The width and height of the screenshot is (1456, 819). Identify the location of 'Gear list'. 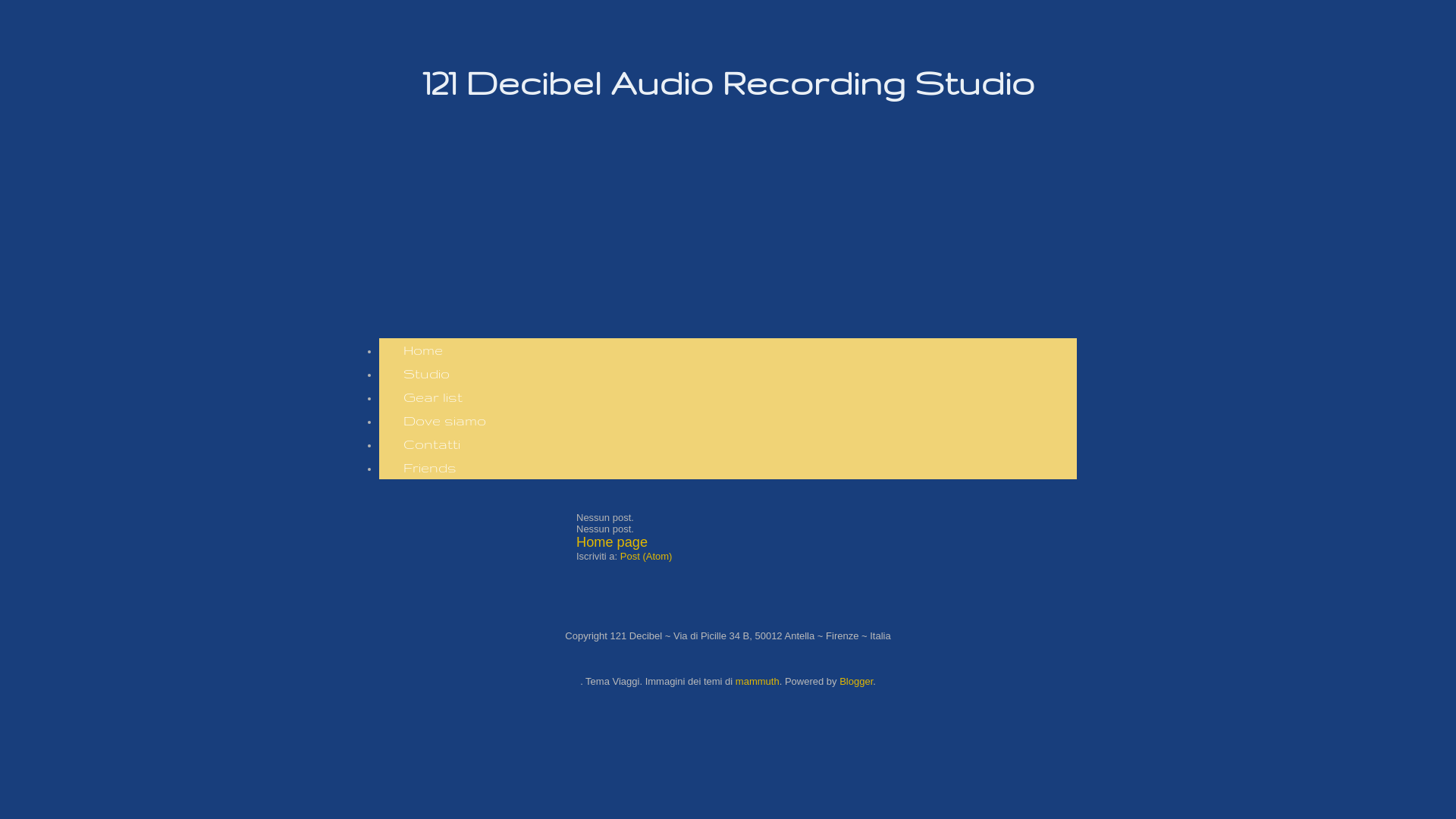
(432, 396).